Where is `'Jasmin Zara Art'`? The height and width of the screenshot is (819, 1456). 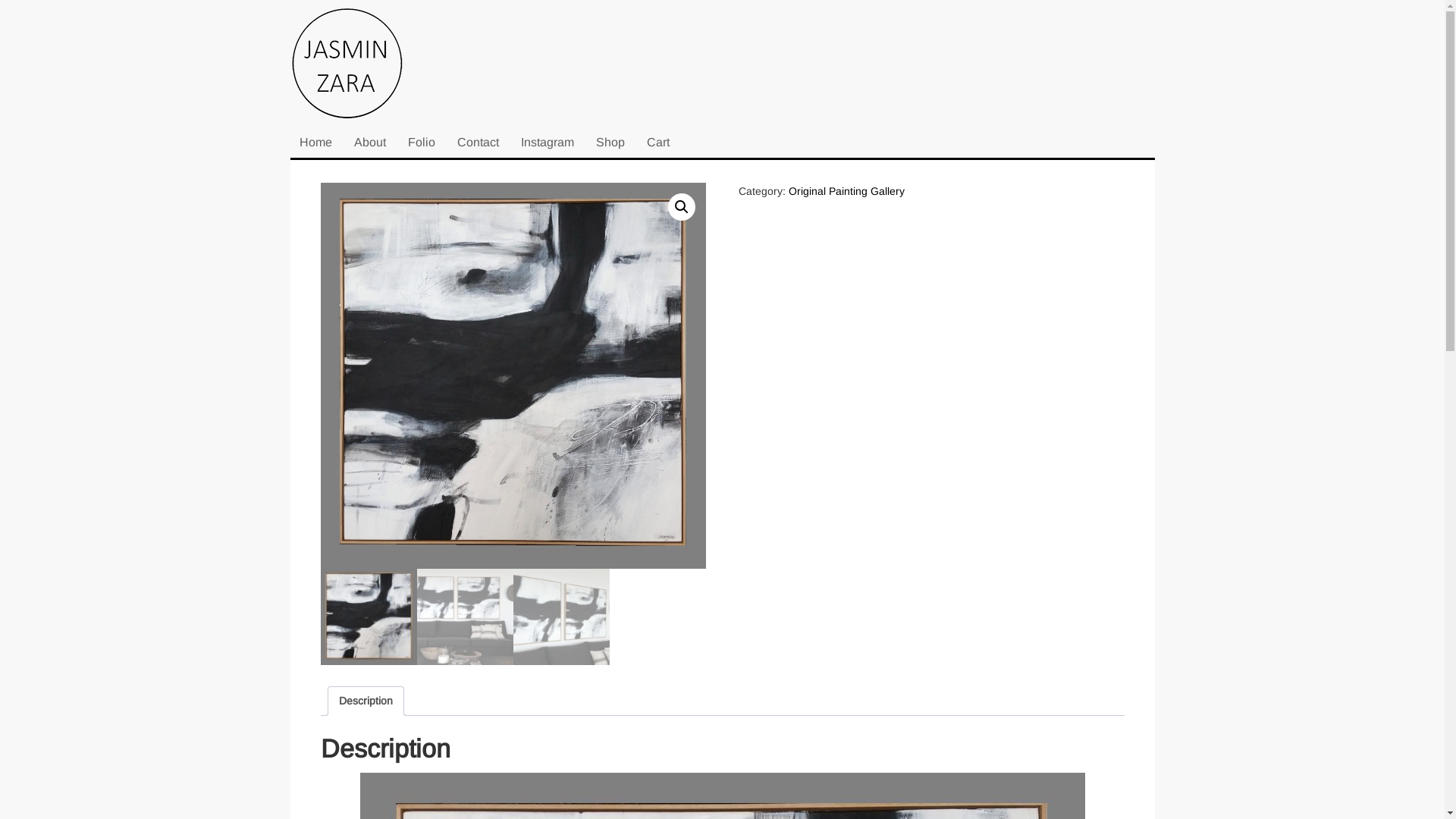
'Jasmin Zara Art' is located at coordinates (365, 66).